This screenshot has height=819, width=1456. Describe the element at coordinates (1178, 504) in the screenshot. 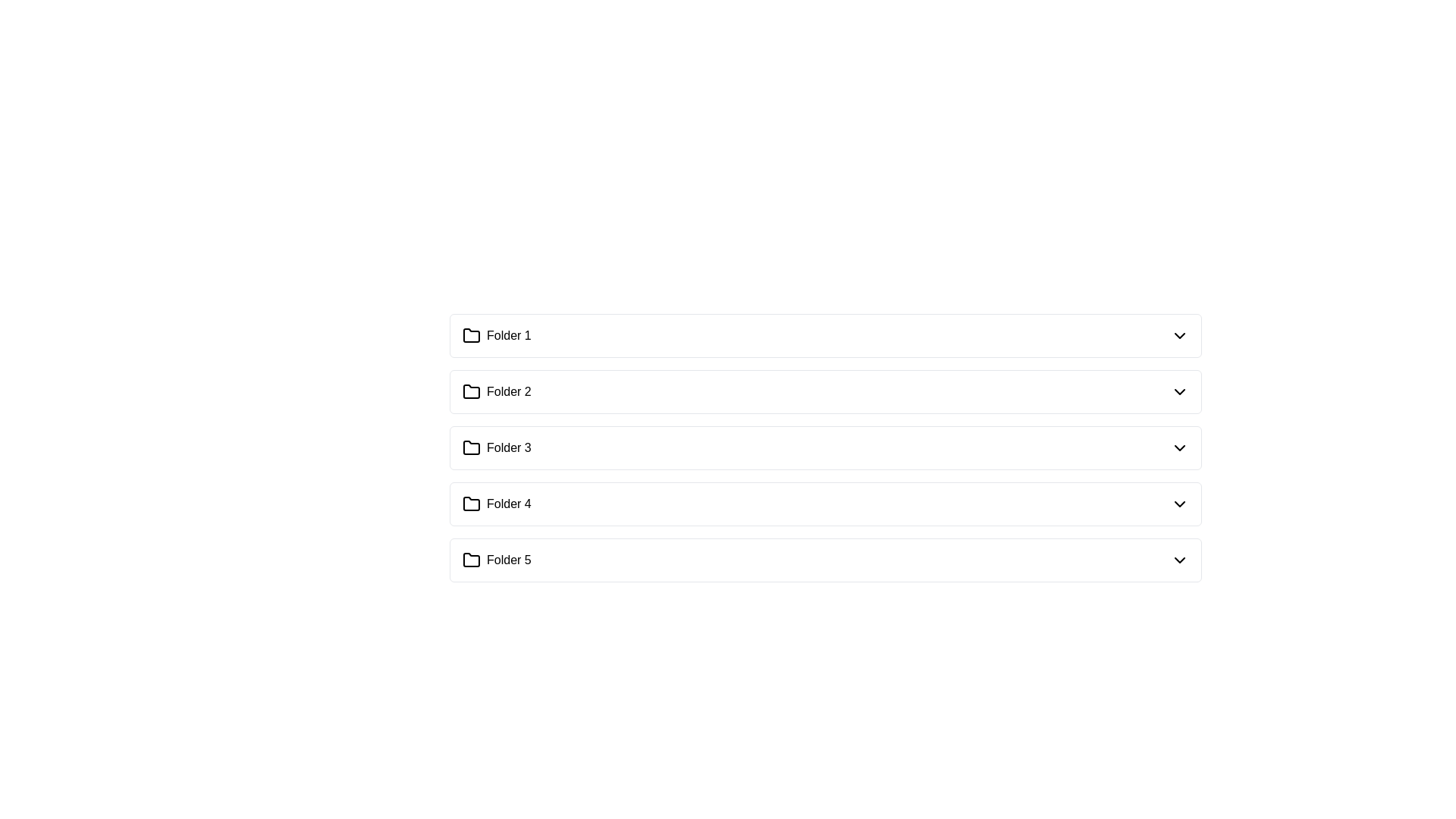

I see `the chevron icon located to the far right of the 'Folder 4' entry` at that location.